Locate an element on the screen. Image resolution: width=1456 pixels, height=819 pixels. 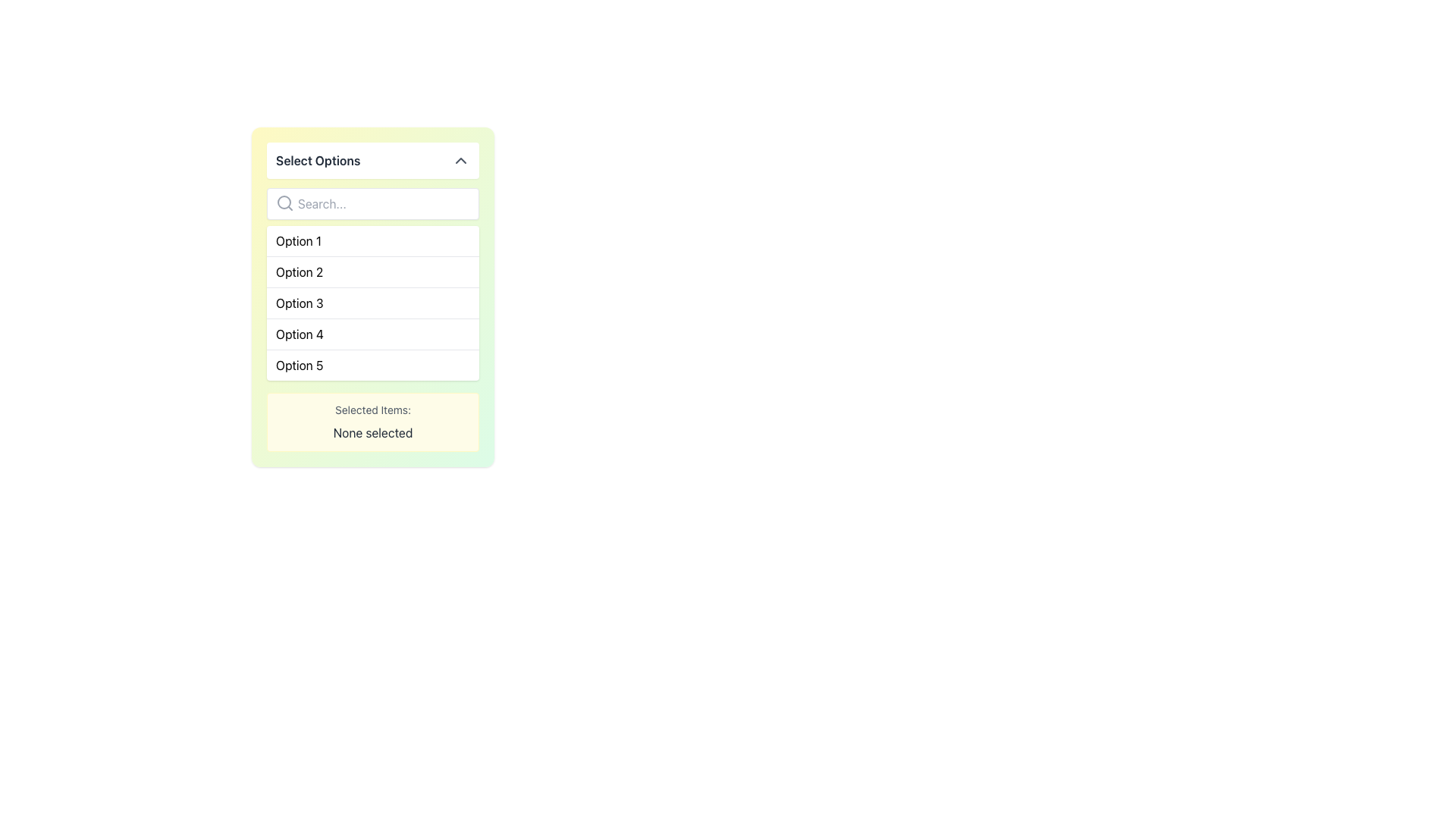
the third option in a vertically stacked list of selectable options with a white background and light gray dividers, located below a search box is located at coordinates (372, 303).